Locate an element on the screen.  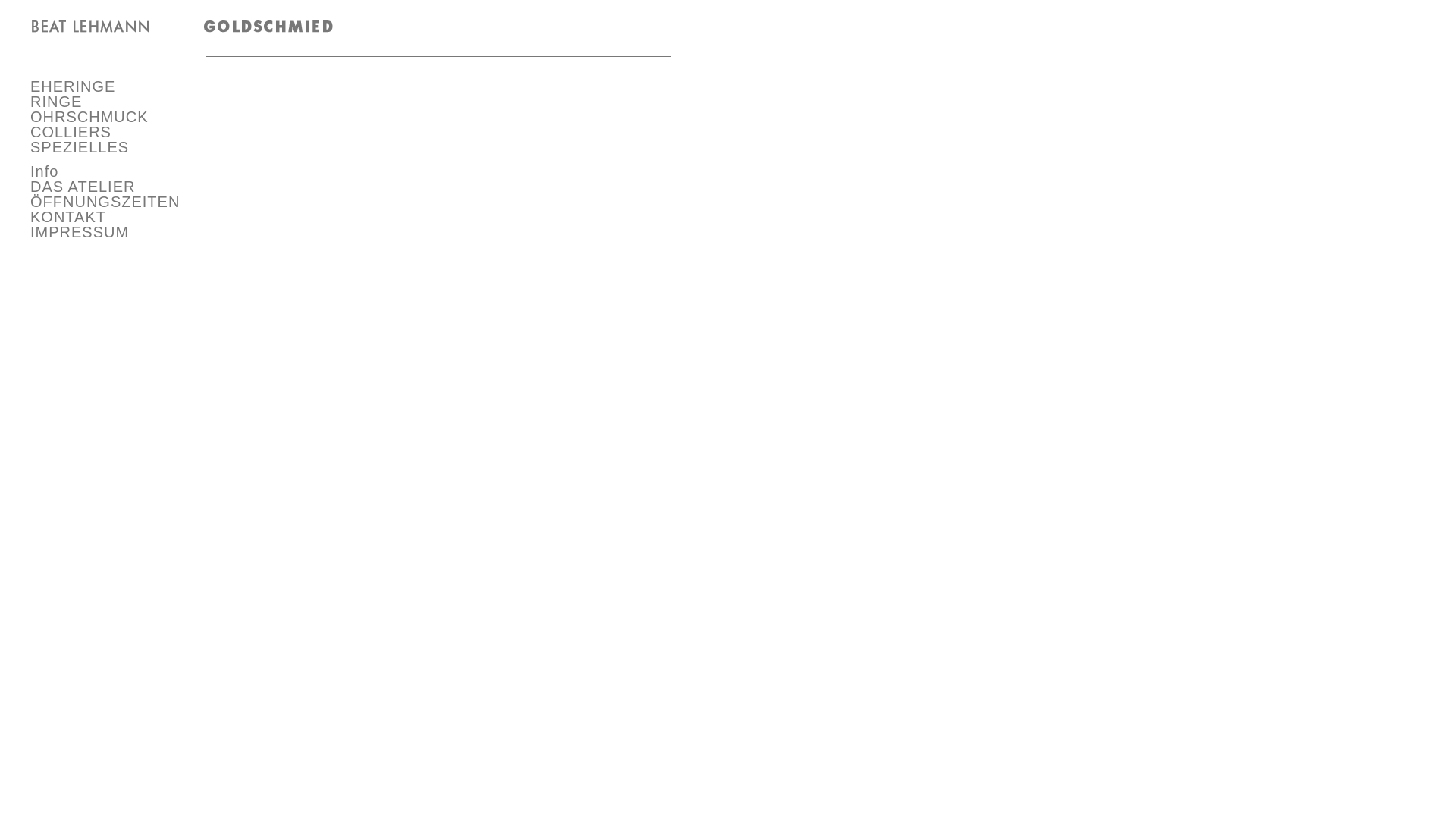
'OHRSCHMUCK' is located at coordinates (89, 116).